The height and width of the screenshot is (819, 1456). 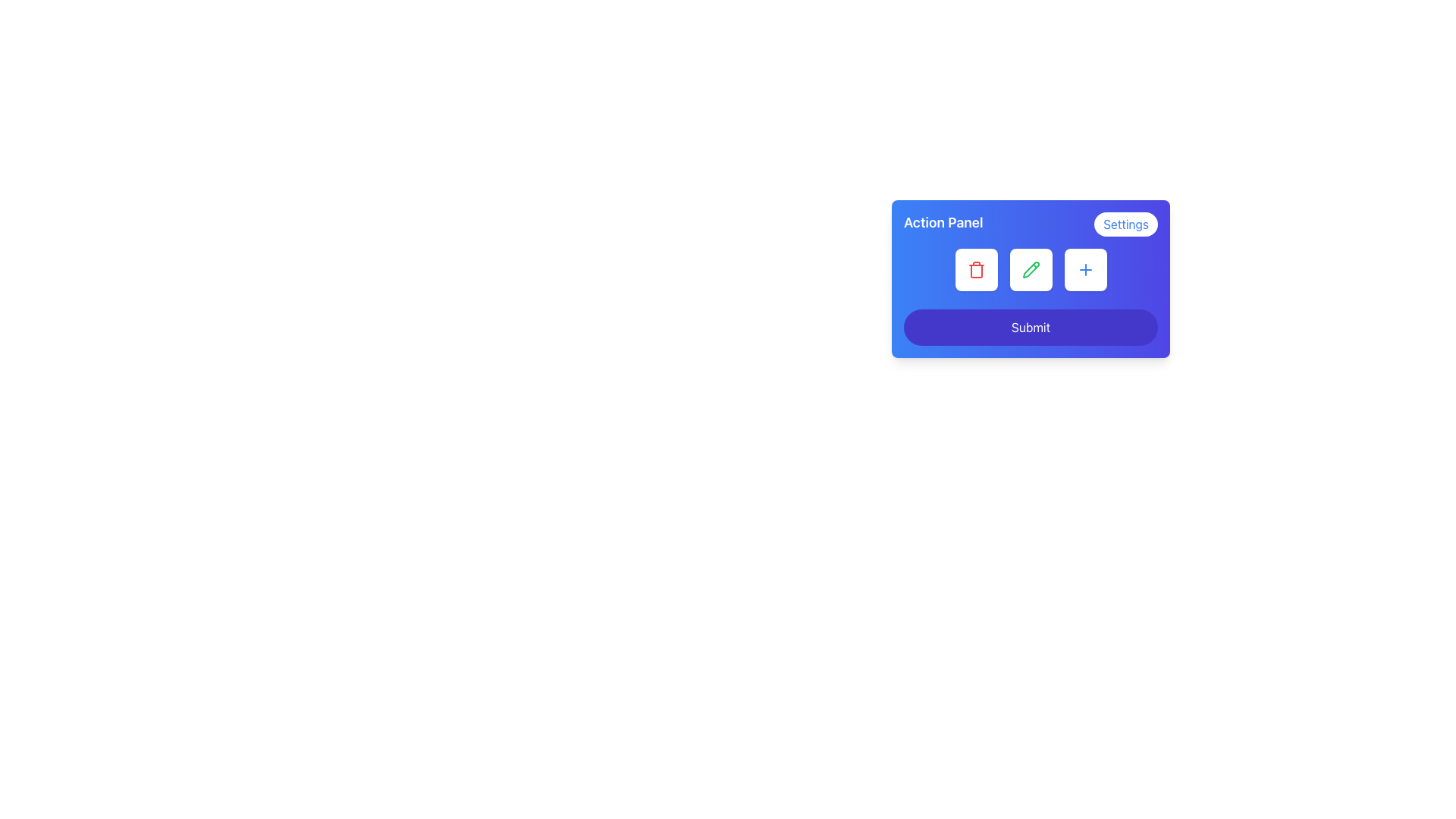 What do you see at coordinates (976, 268) in the screenshot?
I see `the delete button located in the first column of the 'Action Panel'` at bounding box center [976, 268].